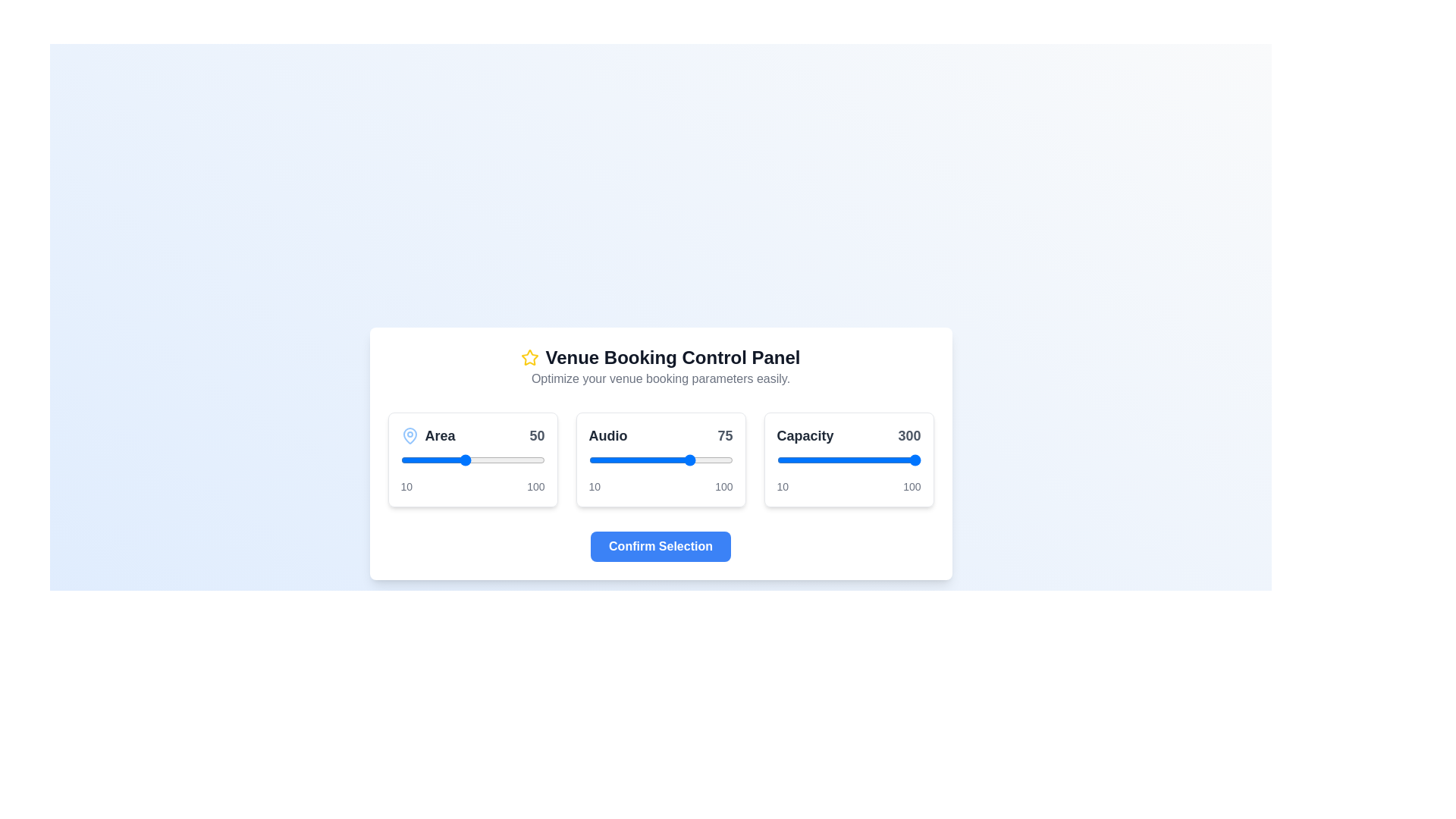  I want to click on the thumb handle of the Range slider control located in the 'Area' section, below the 'Area 50' label, so click(472, 459).